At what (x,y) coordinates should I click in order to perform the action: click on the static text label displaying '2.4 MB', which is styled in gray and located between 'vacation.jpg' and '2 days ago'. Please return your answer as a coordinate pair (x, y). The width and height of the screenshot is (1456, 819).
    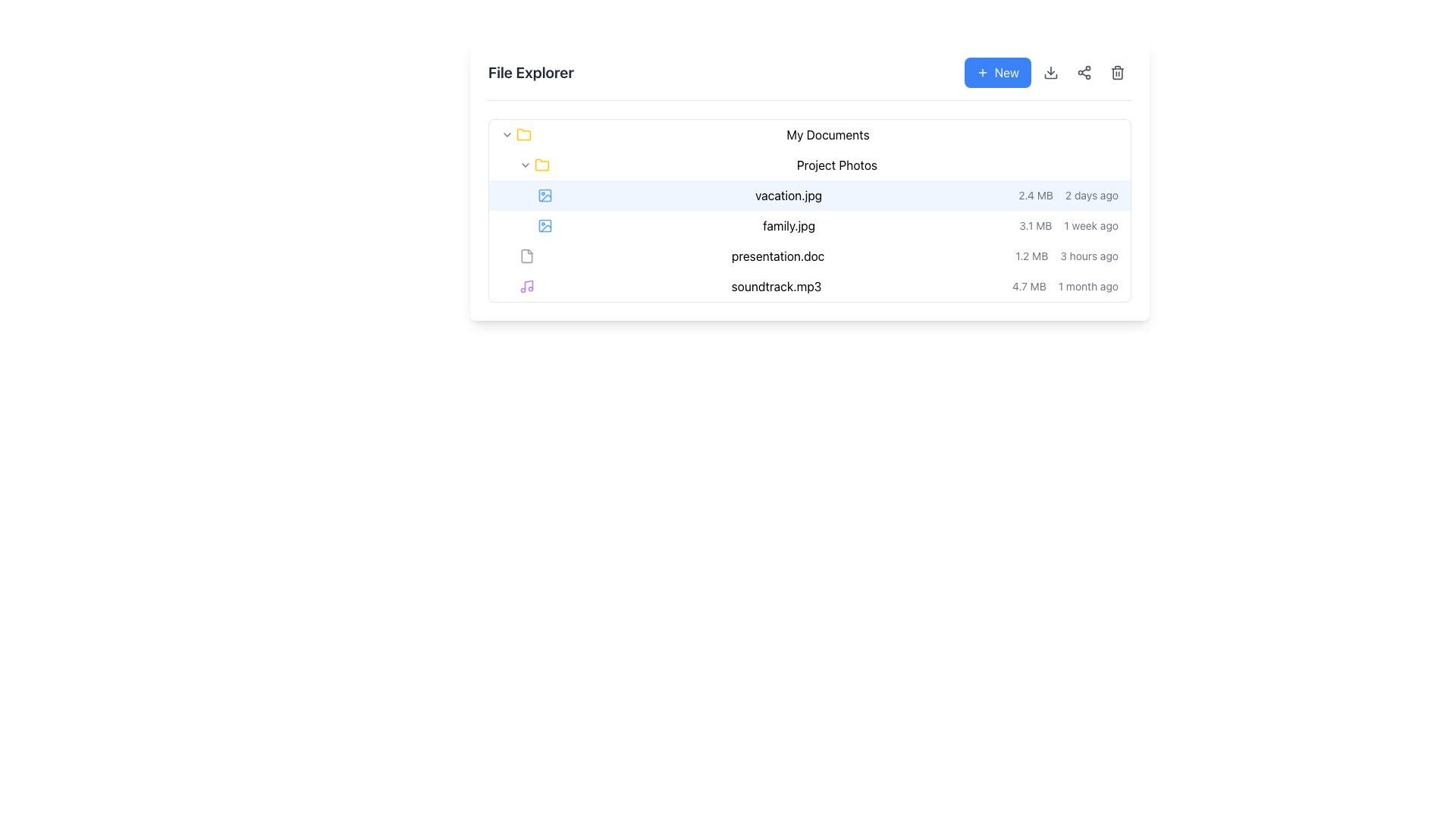
    Looking at the image, I should click on (1035, 195).